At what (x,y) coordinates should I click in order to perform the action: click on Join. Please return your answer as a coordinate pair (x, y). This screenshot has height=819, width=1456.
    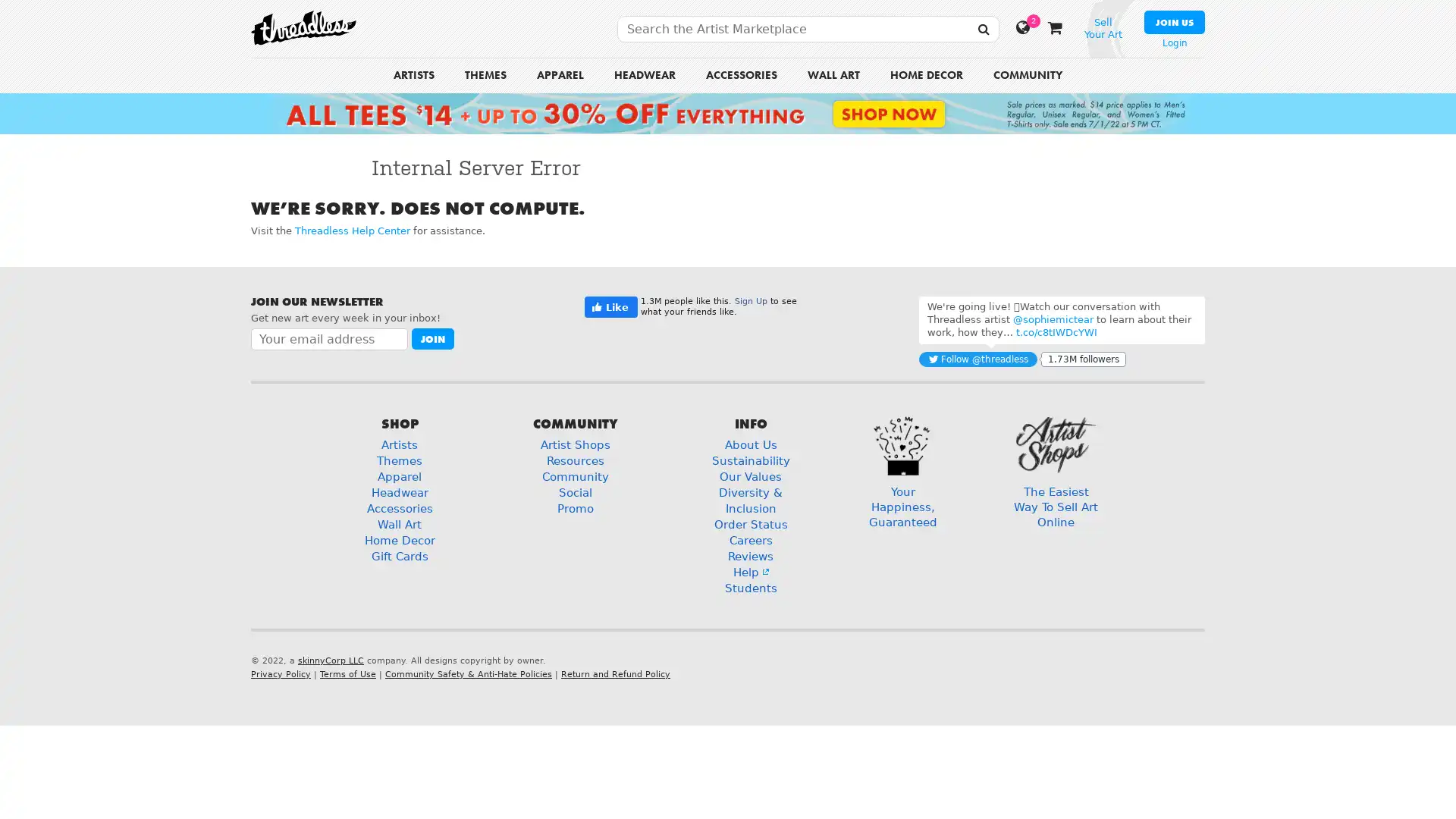
    Looking at the image, I should click on (432, 338).